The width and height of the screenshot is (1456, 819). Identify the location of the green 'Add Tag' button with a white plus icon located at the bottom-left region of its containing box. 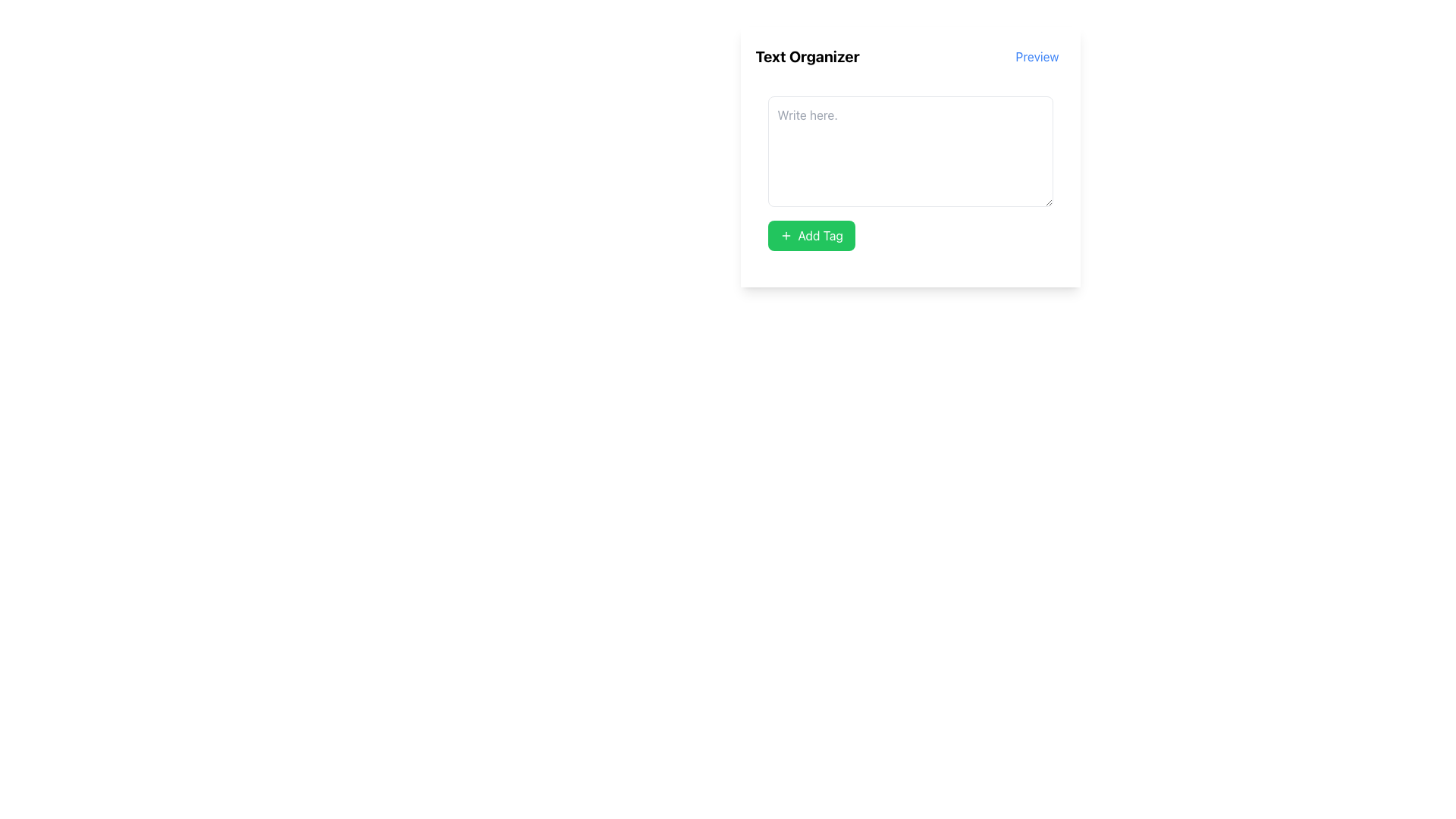
(811, 236).